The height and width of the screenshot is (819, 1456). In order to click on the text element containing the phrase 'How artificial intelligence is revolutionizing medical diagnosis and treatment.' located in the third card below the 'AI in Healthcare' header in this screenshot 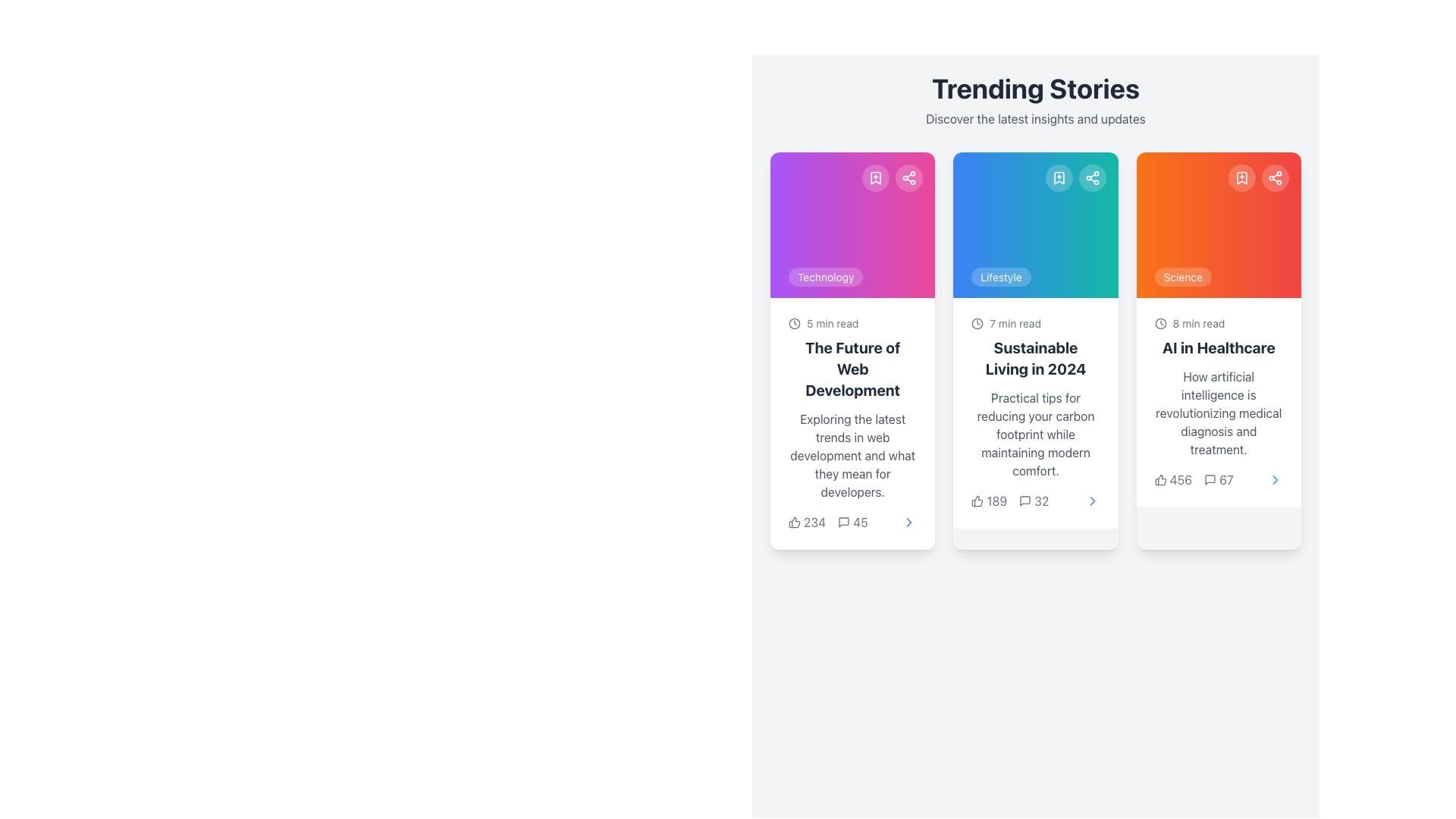, I will do `click(1219, 413)`.